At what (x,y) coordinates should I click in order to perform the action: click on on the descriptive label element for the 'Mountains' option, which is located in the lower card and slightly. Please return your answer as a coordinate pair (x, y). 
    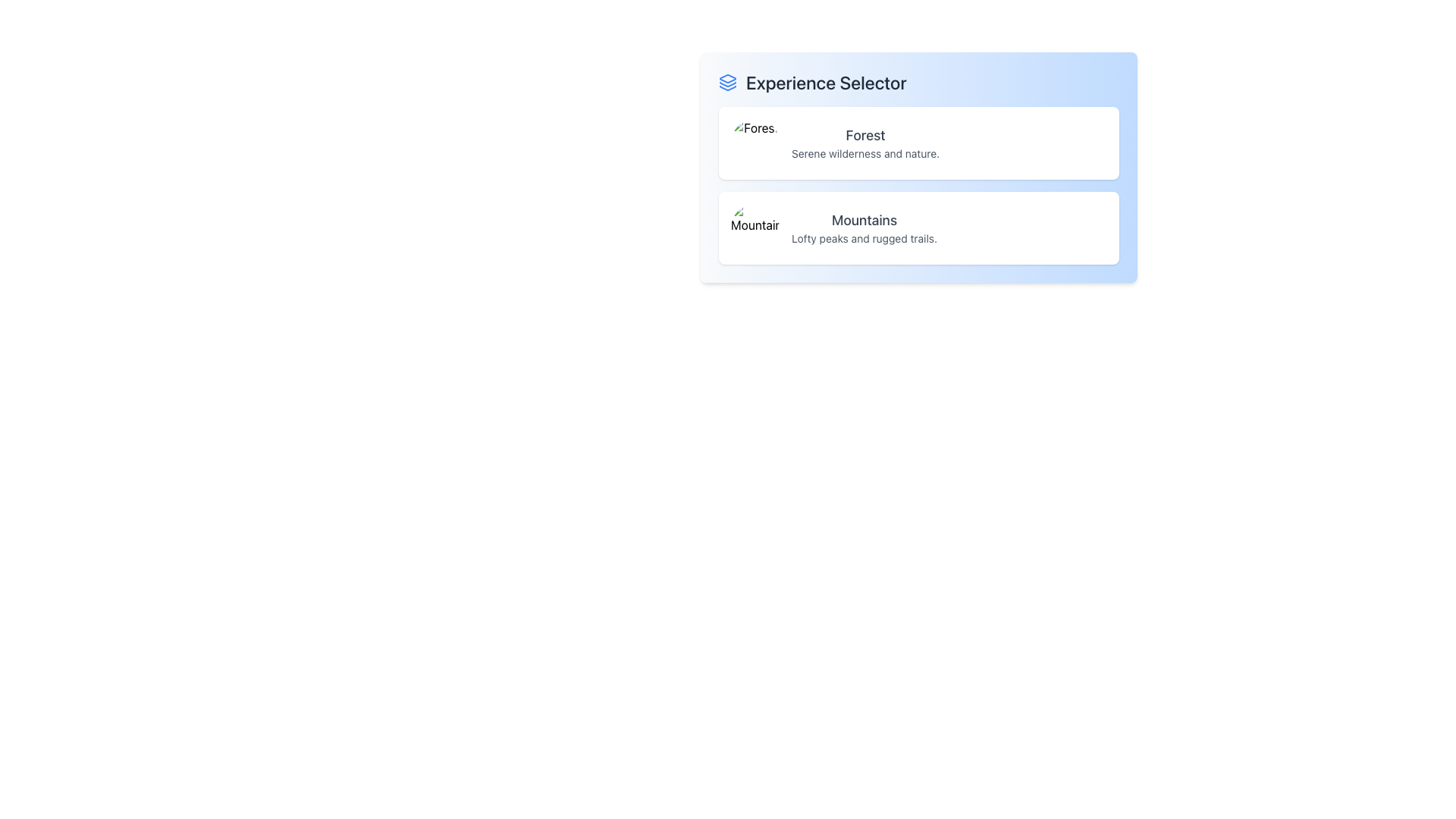
    Looking at the image, I should click on (864, 227).